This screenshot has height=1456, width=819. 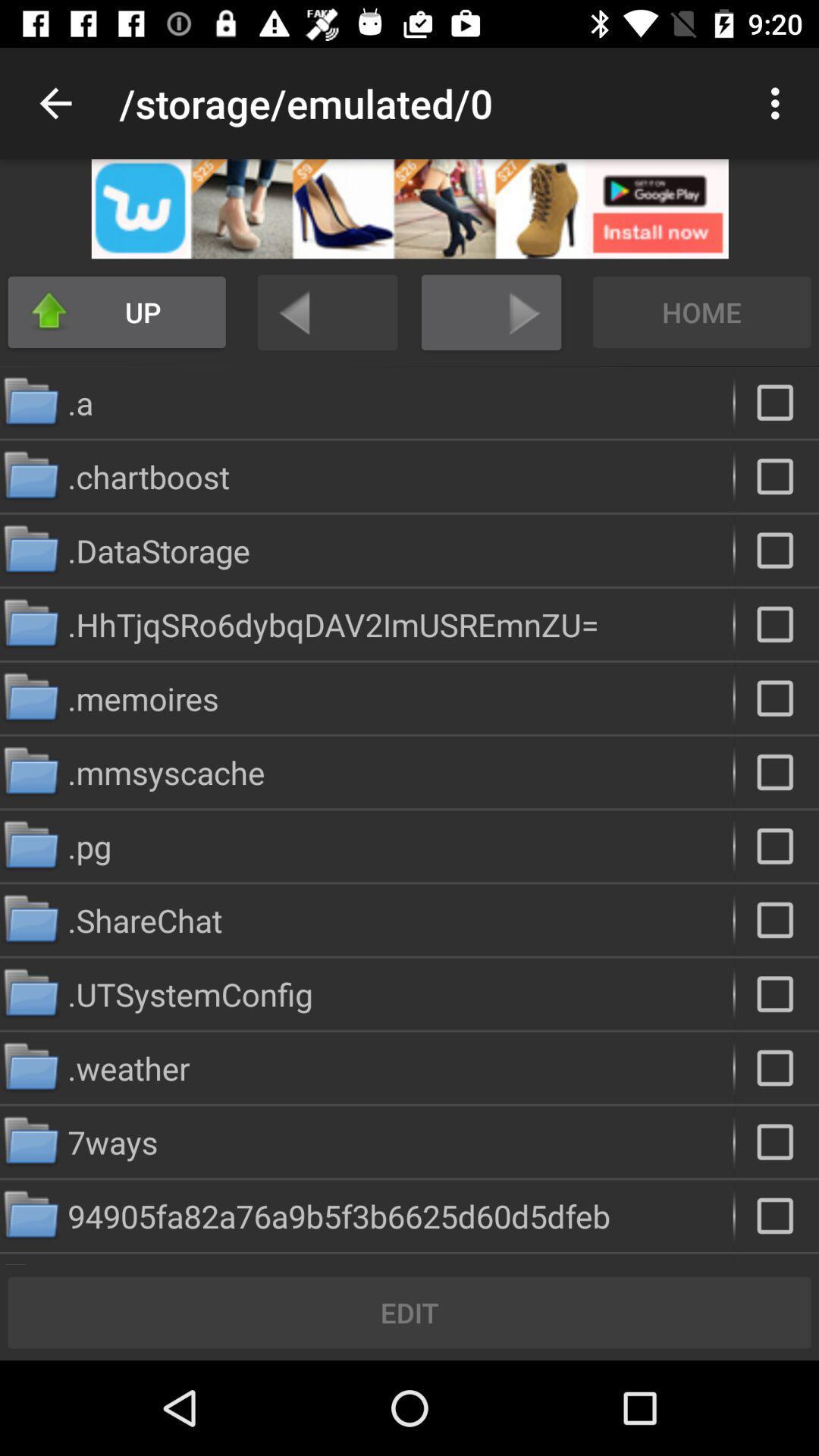 What do you see at coordinates (777, 475) in the screenshot?
I see `mark/unmark` at bounding box center [777, 475].